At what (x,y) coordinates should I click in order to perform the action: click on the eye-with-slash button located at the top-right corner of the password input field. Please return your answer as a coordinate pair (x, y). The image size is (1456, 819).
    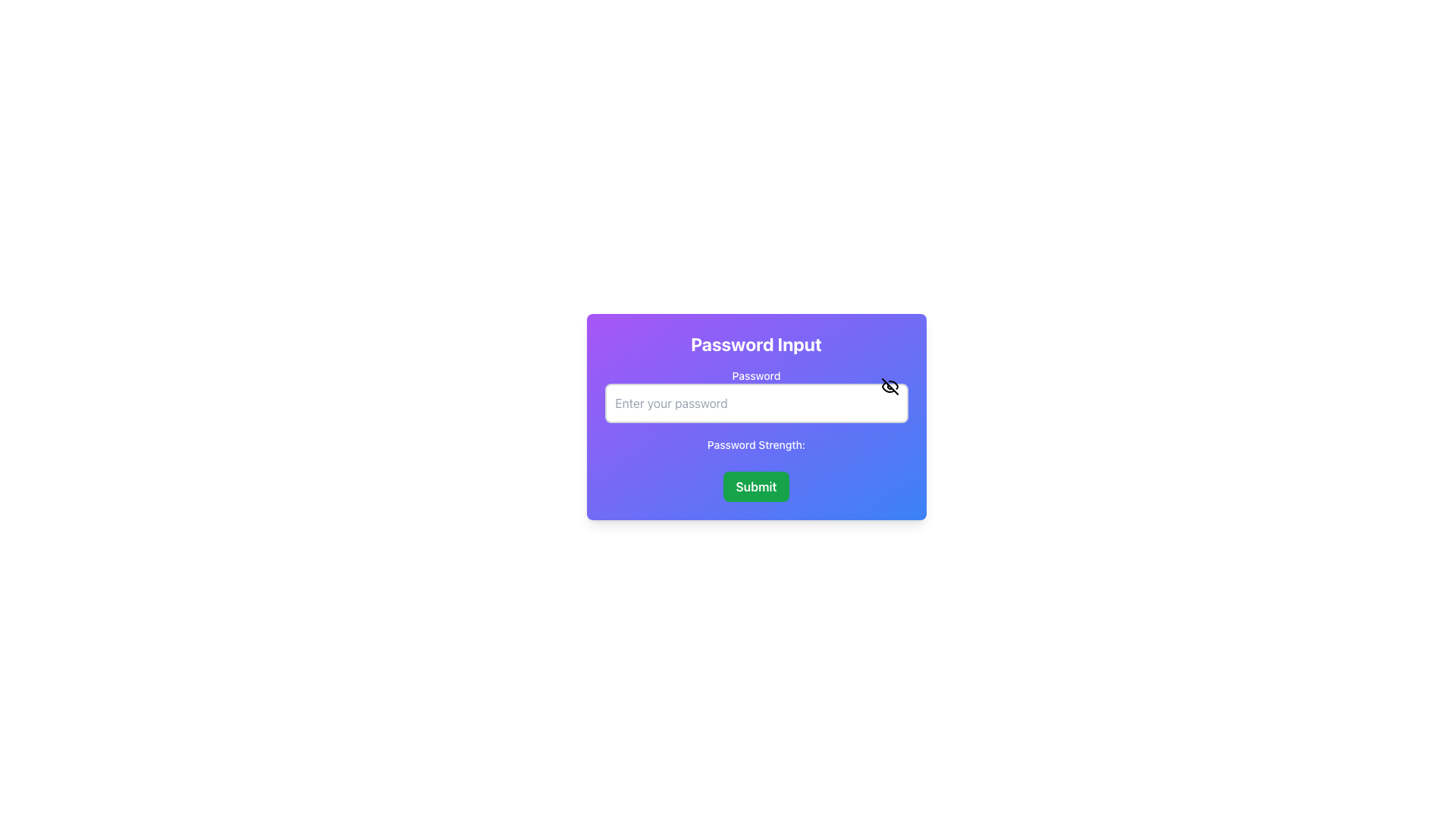
    Looking at the image, I should click on (890, 385).